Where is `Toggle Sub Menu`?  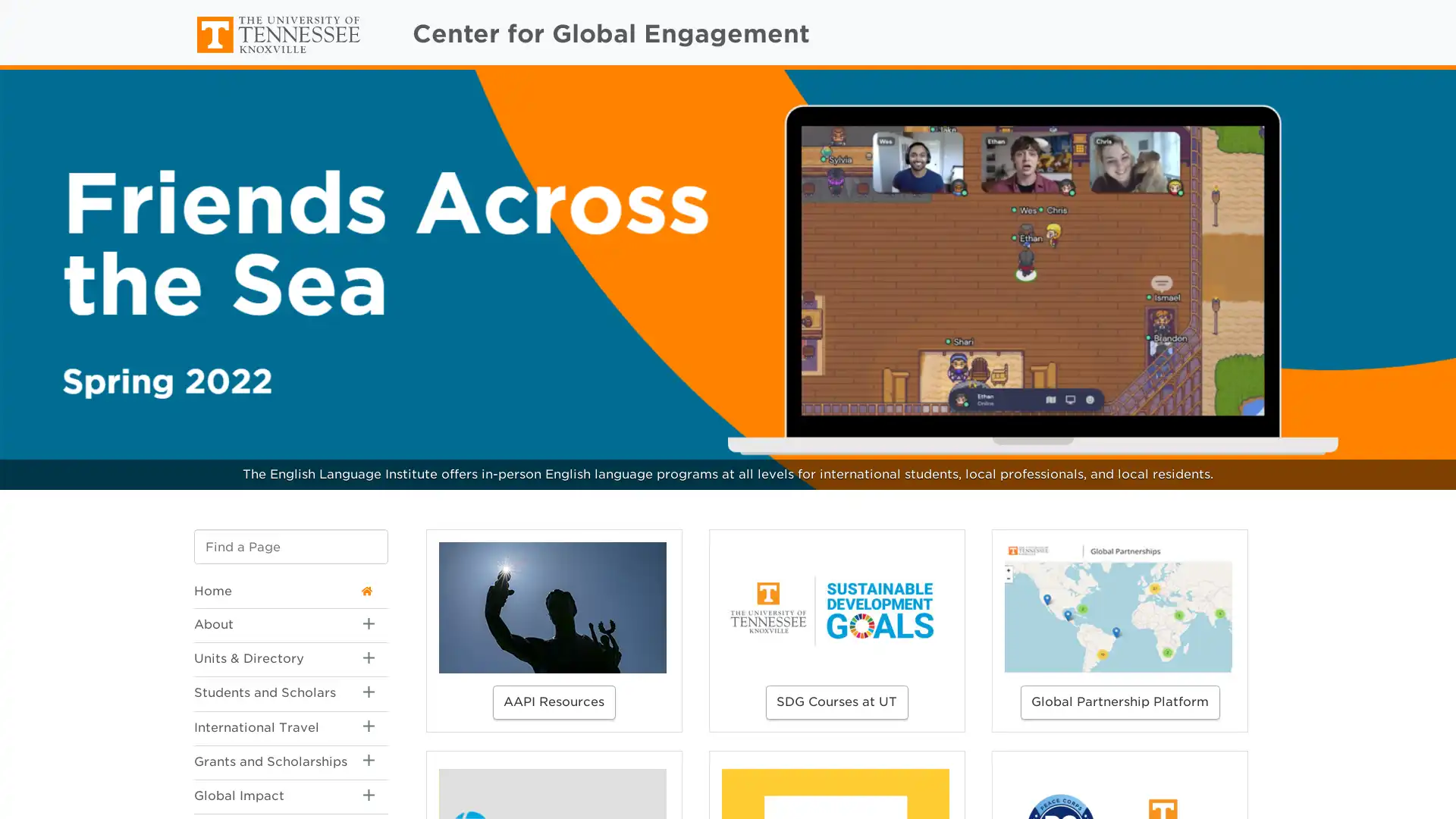 Toggle Sub Menu is located at coordinates (368, 727).